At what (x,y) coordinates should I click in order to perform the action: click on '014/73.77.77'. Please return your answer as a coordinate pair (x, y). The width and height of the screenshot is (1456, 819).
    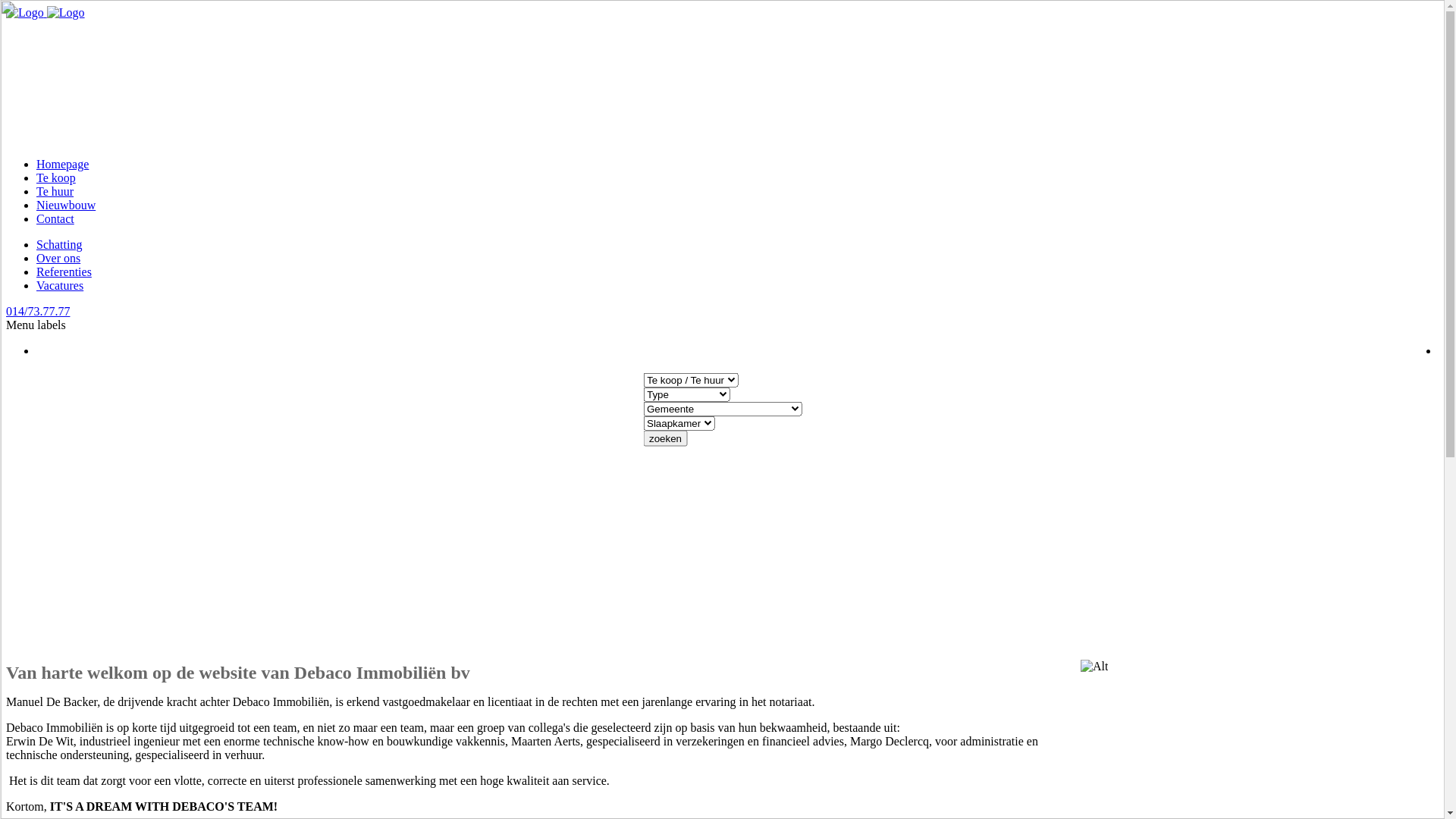
    Looking at the image, I should click on (37, 310).